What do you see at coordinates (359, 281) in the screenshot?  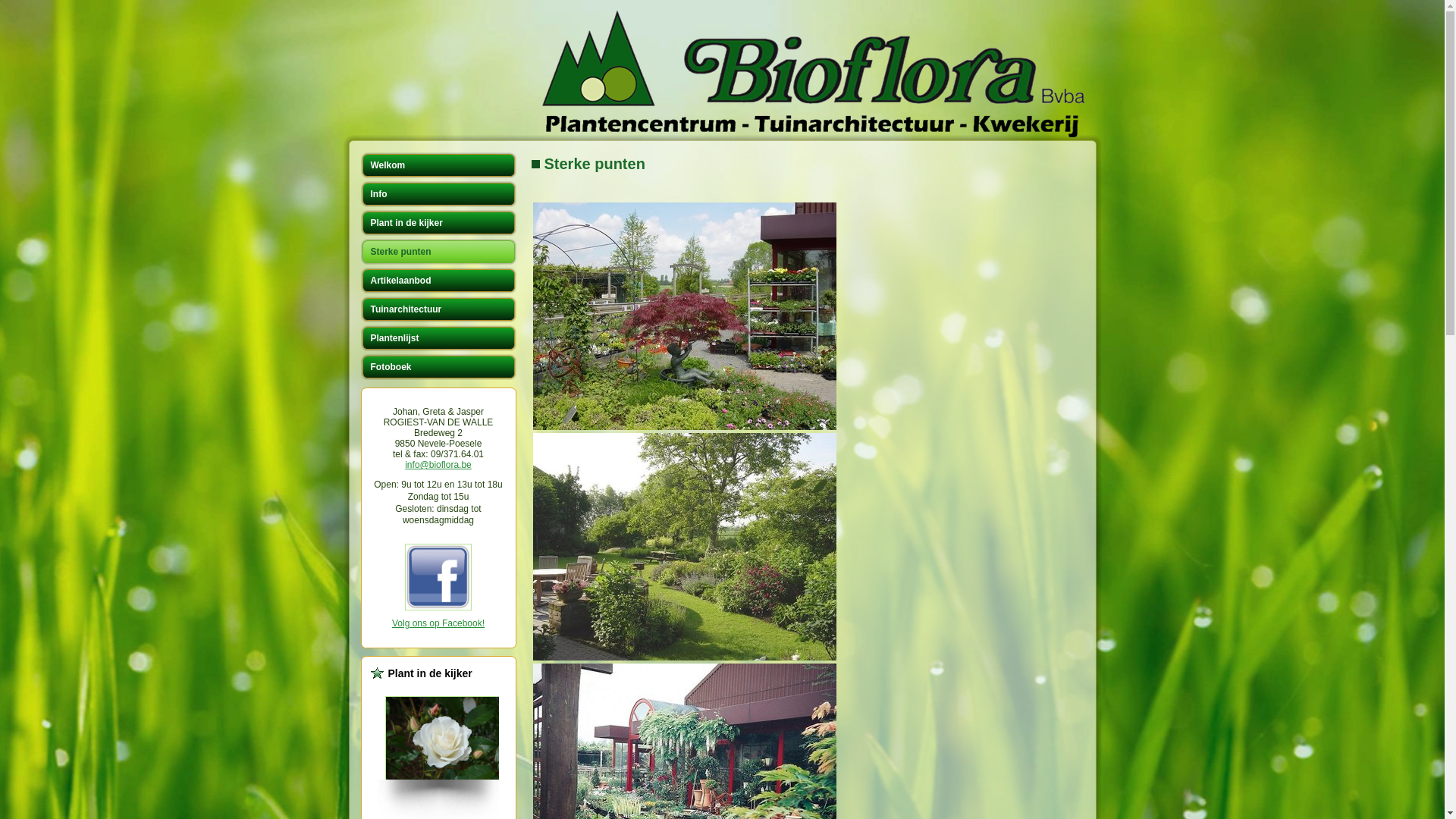 I see `'Artikelaanbod'` at bounding box center [359, 281].